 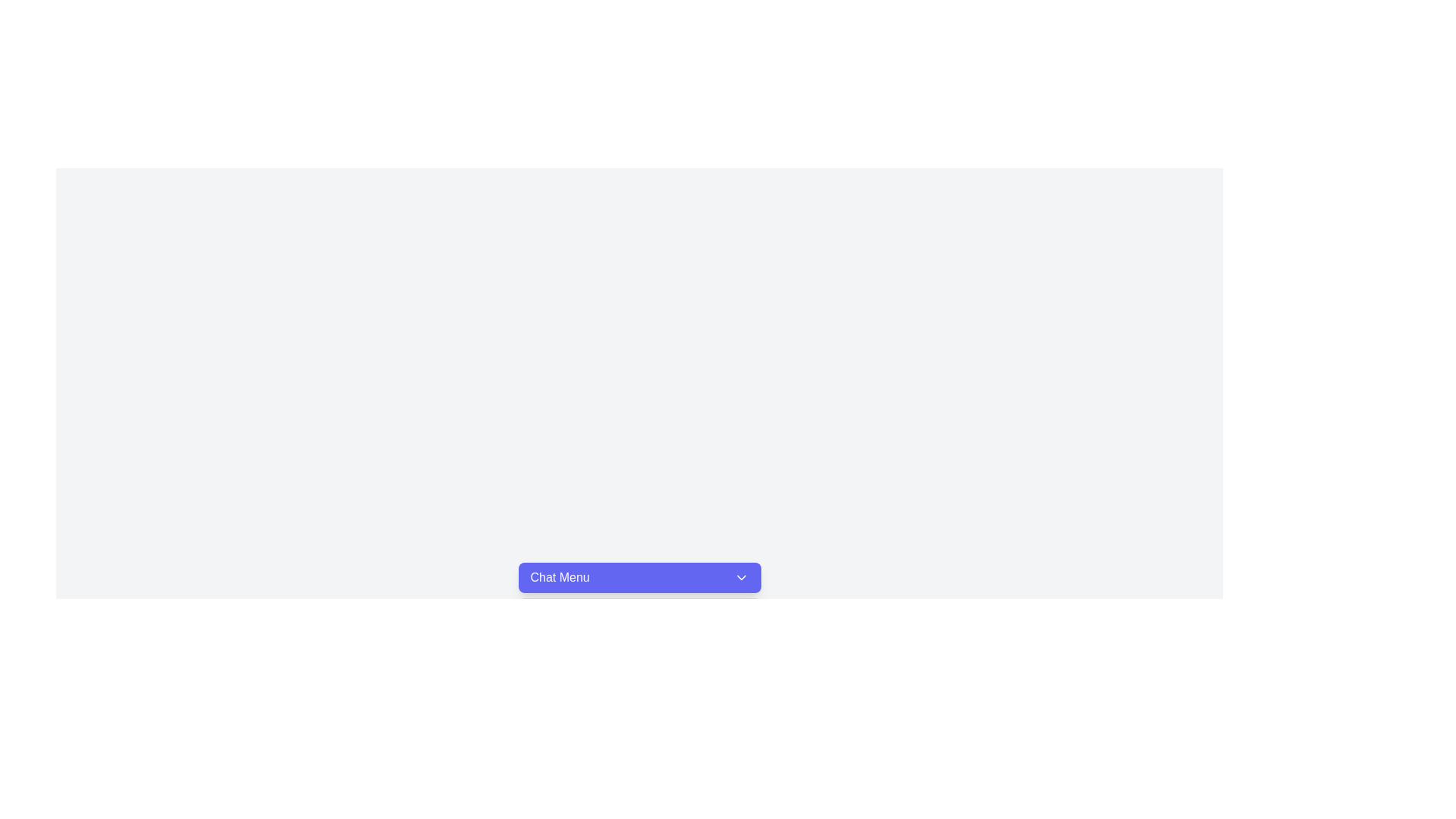 I want to click on the downward-pointing chevron icon styled with a white stroke, located adjacent to the 'Chat Menu' button, so click(x=741, y=578).